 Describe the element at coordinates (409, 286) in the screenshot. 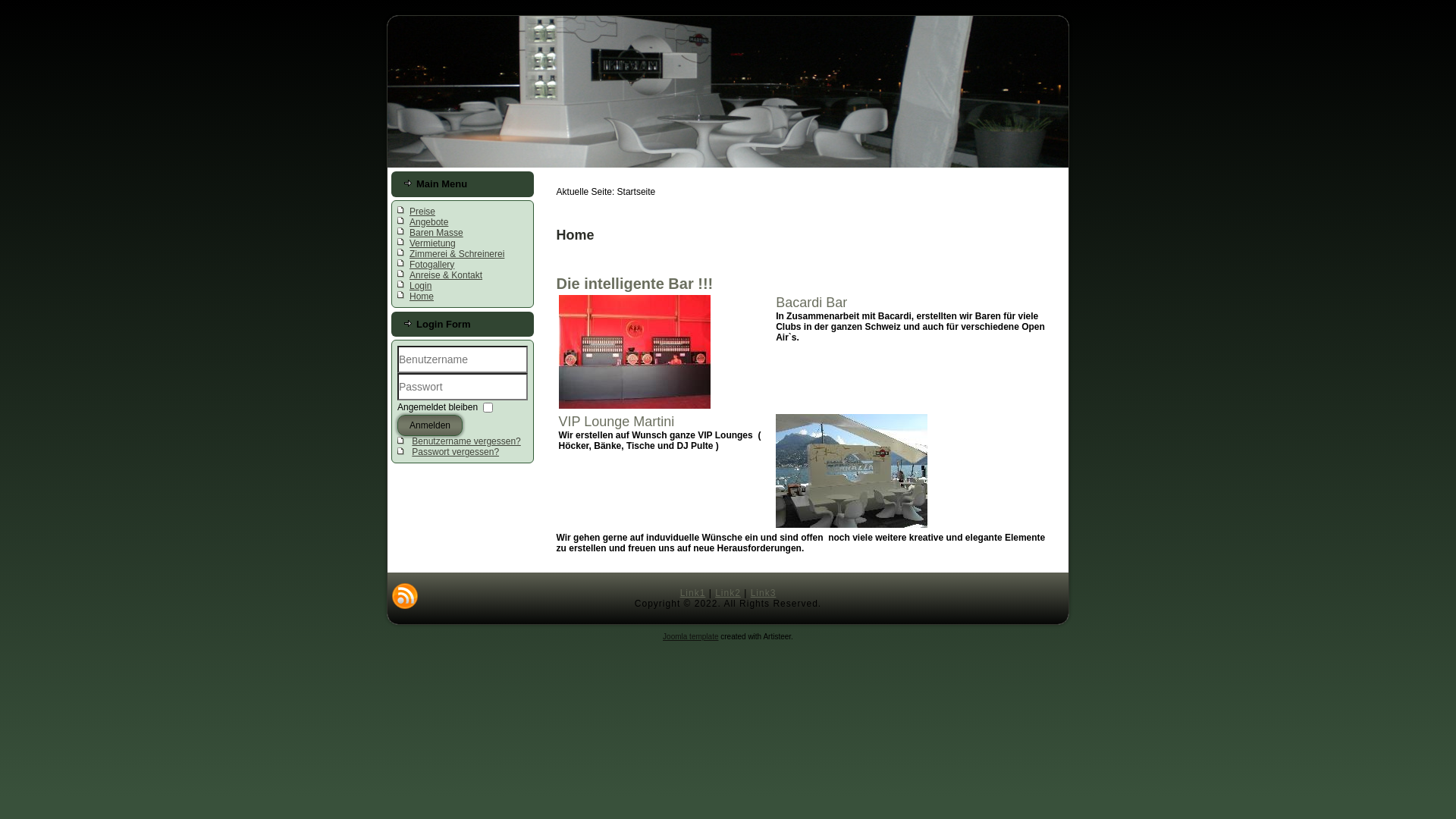

I see `'Login'` at that location.